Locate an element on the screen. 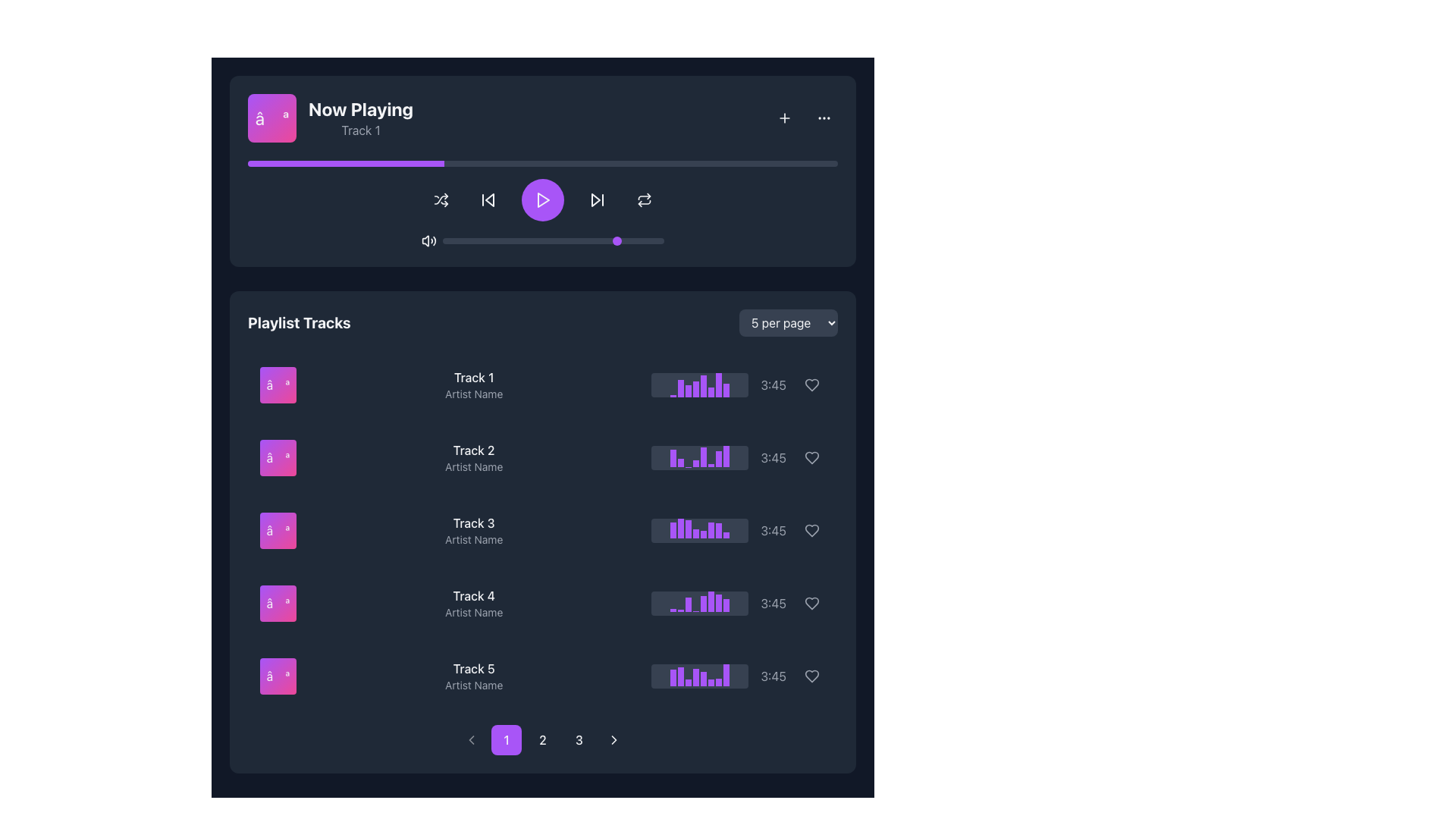 The image size is (1456, 819). the third vertical bar in the grouped graphical component located at the bottom-right of the row associated with 'Track 5' in the playlist is located at coordinates (688, 682).